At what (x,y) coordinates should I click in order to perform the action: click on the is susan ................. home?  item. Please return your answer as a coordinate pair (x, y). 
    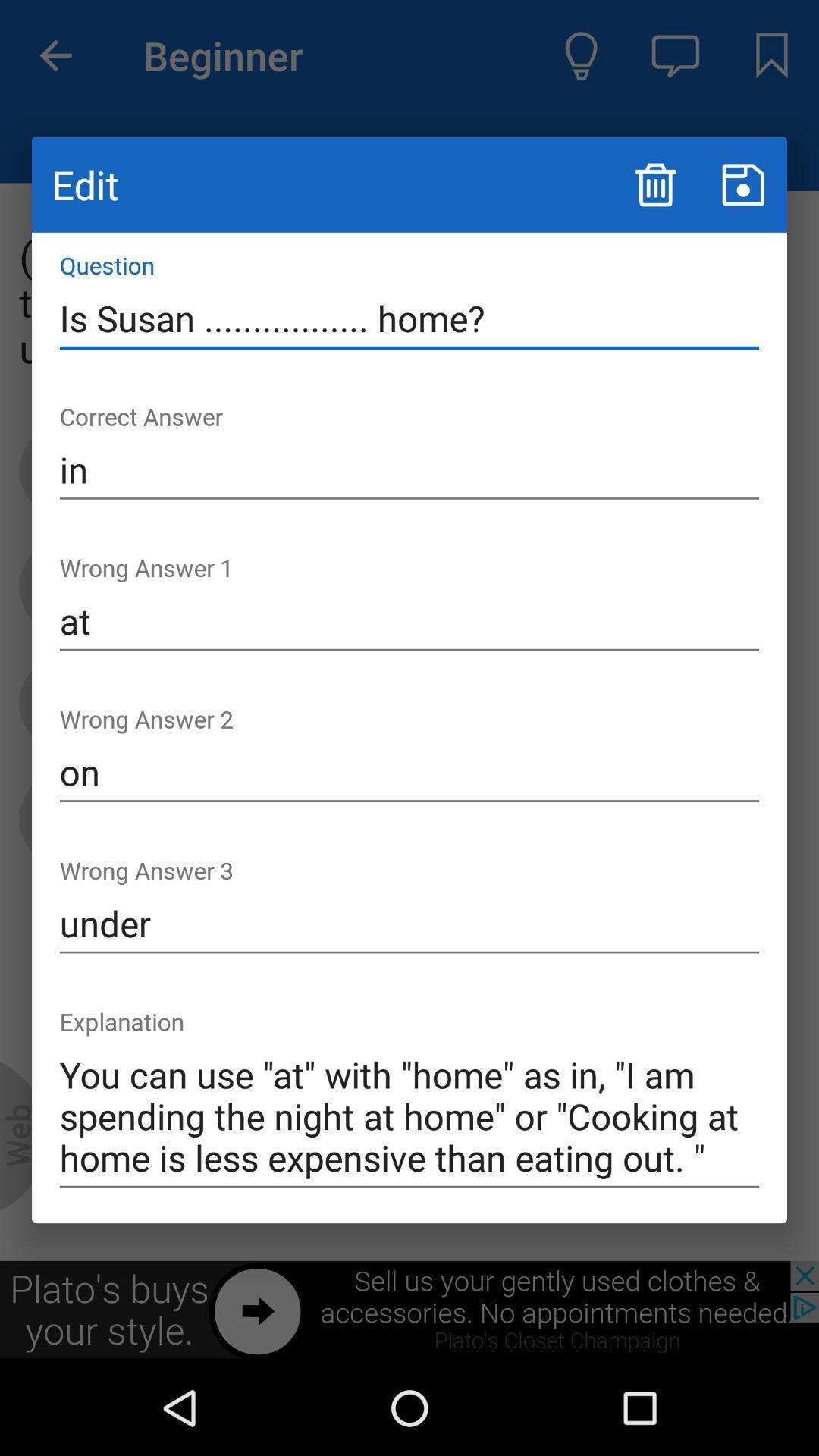
    Looking at the image, I should click on (409, 318).